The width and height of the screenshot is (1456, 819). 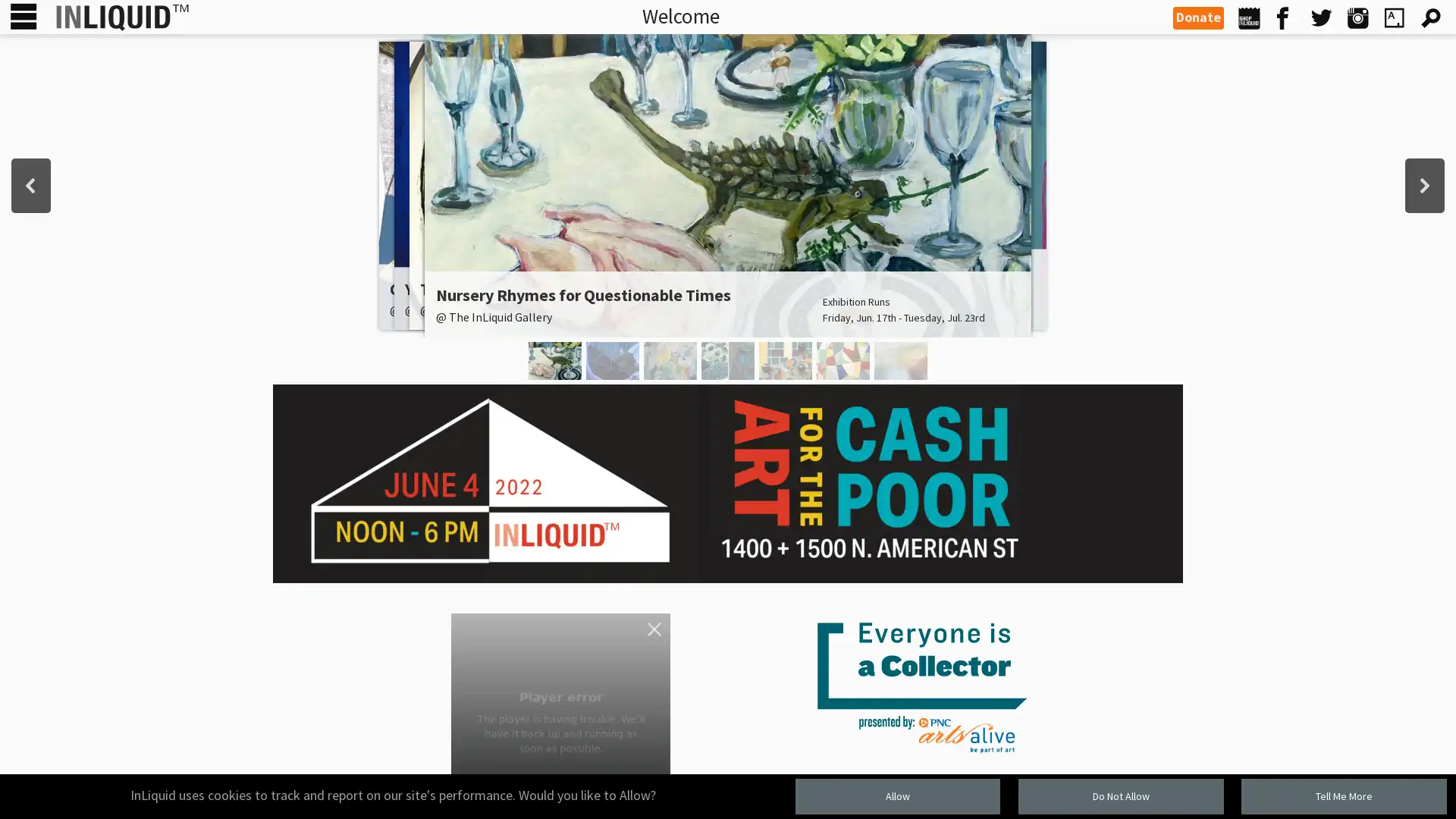 What do you see at coordinates (554, 360) in the screenshot?
I see `Nursery Rhymes for Questionable Times` at bounding box center [554, 360].